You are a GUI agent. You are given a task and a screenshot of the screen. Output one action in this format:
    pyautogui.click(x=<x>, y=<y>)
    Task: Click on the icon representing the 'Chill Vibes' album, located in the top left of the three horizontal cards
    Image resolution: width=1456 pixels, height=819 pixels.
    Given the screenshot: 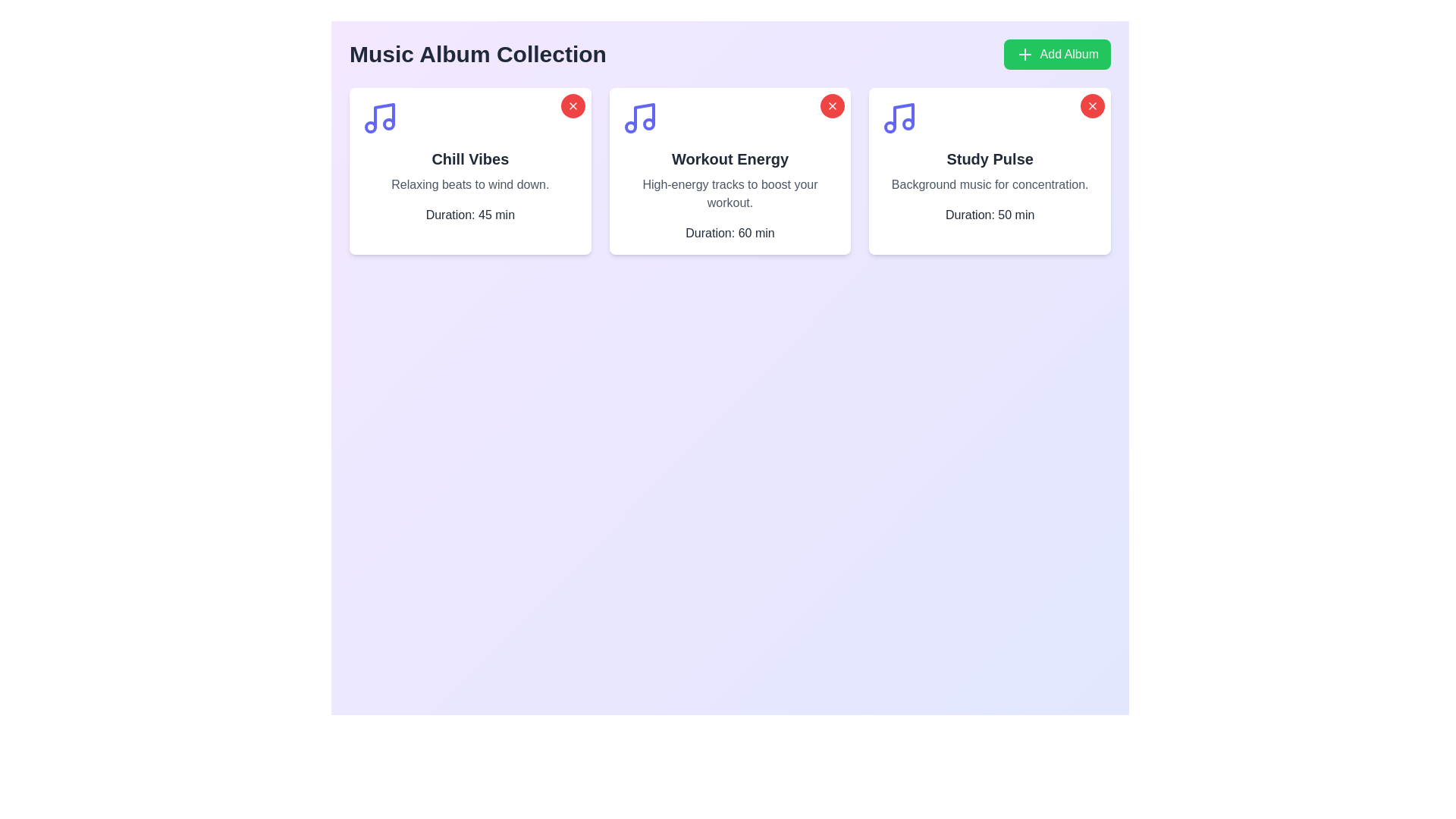 What is the action you would take?
    pyautogui.click(x=384, y=115)
    